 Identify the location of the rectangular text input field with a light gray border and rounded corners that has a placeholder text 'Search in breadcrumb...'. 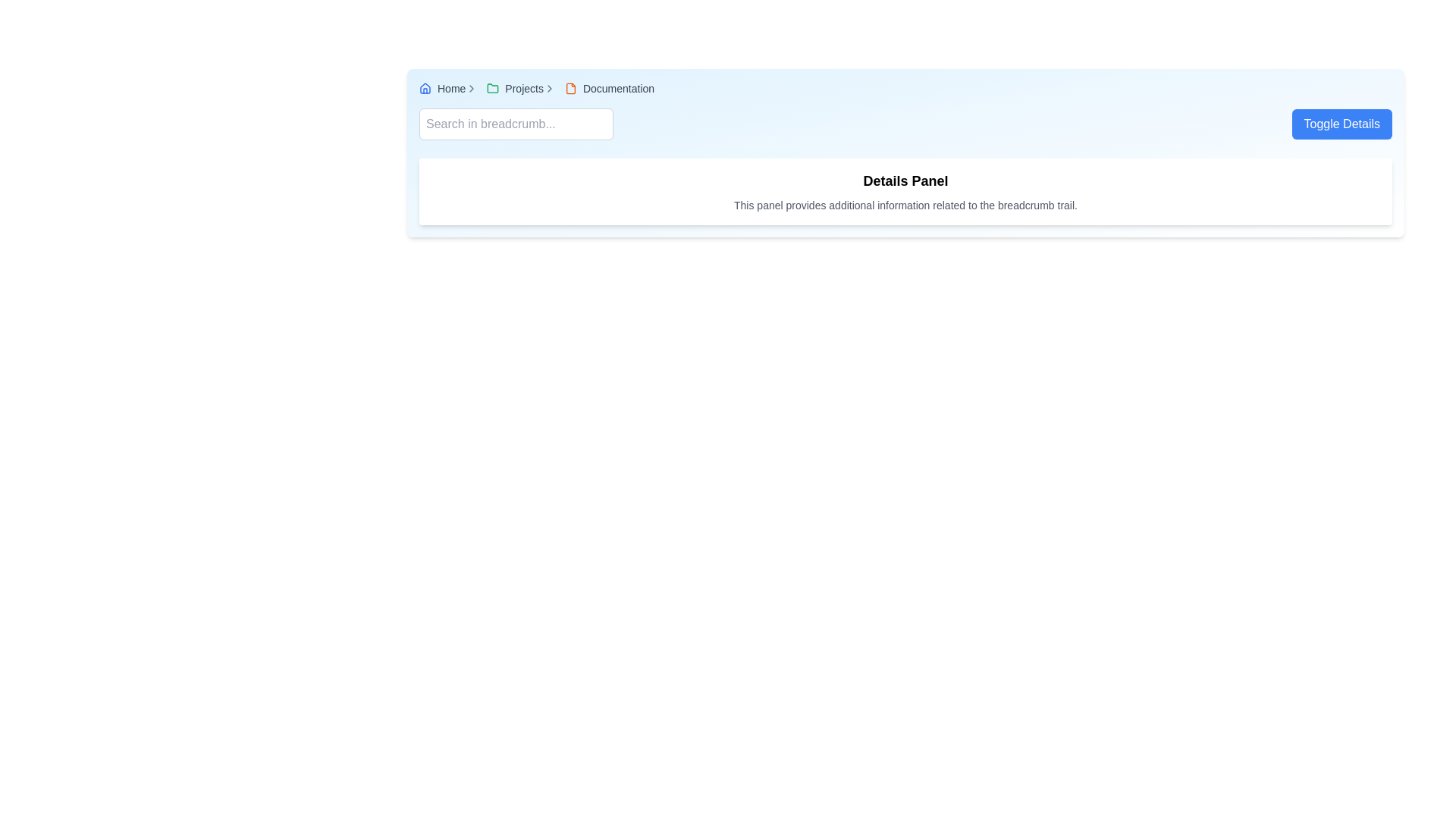
(516, 124).